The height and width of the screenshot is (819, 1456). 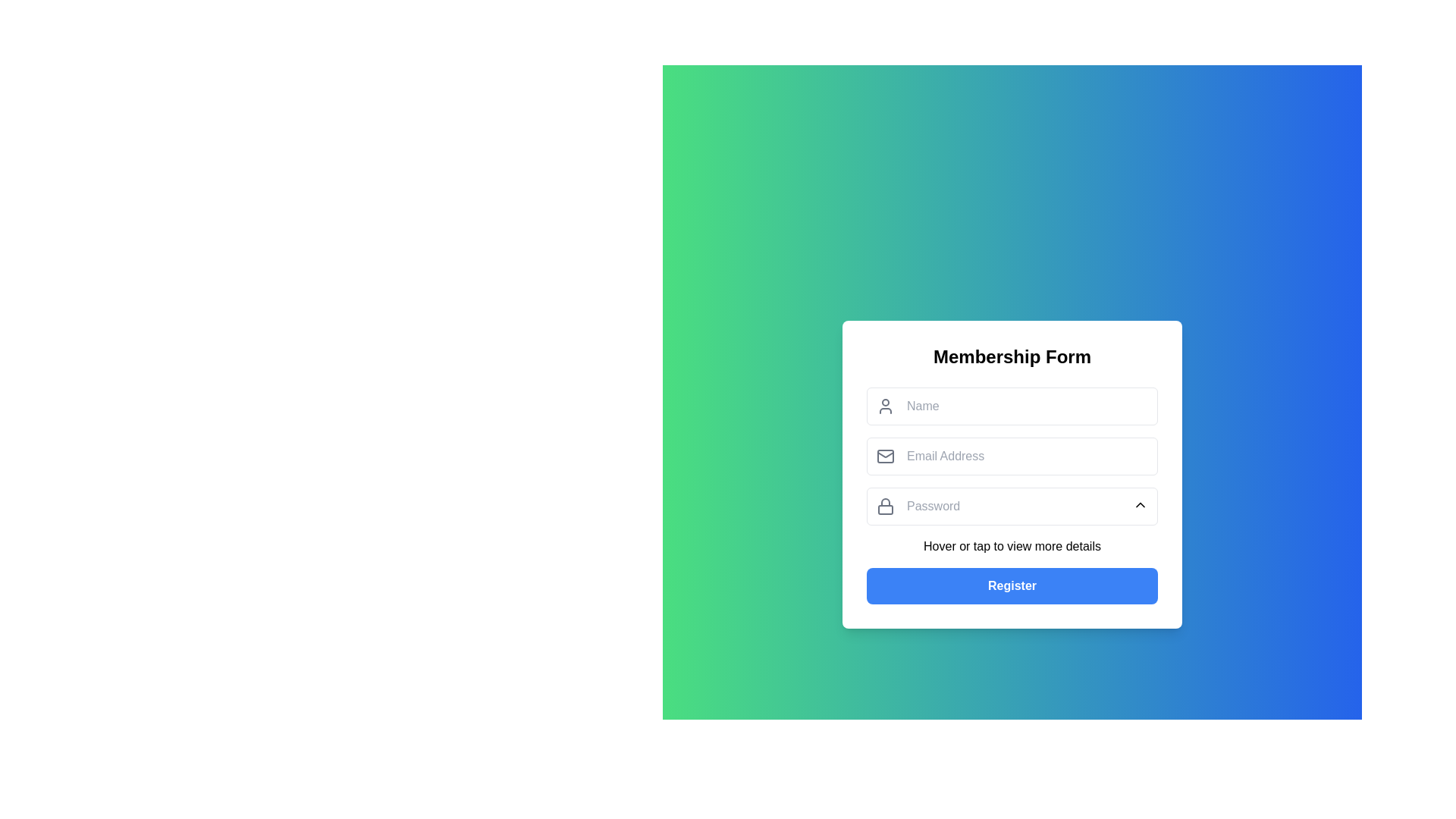 I want to click on instruction provided by the text label situated above the 'Register' button and below the password entry section, so click(x=1012, y=547).